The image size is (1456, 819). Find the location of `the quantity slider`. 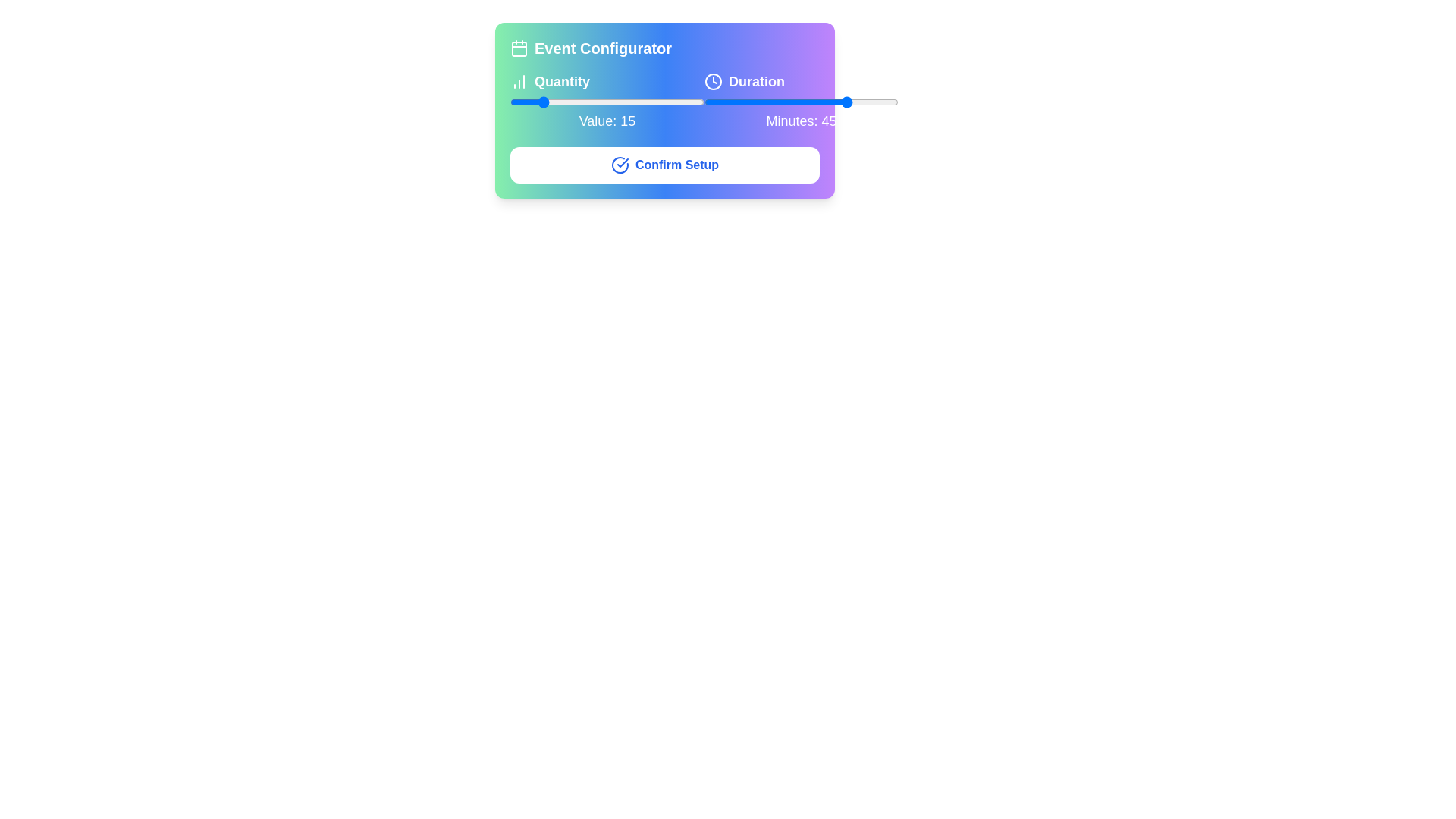

the quantity slider is located at coordinates (539, 102).